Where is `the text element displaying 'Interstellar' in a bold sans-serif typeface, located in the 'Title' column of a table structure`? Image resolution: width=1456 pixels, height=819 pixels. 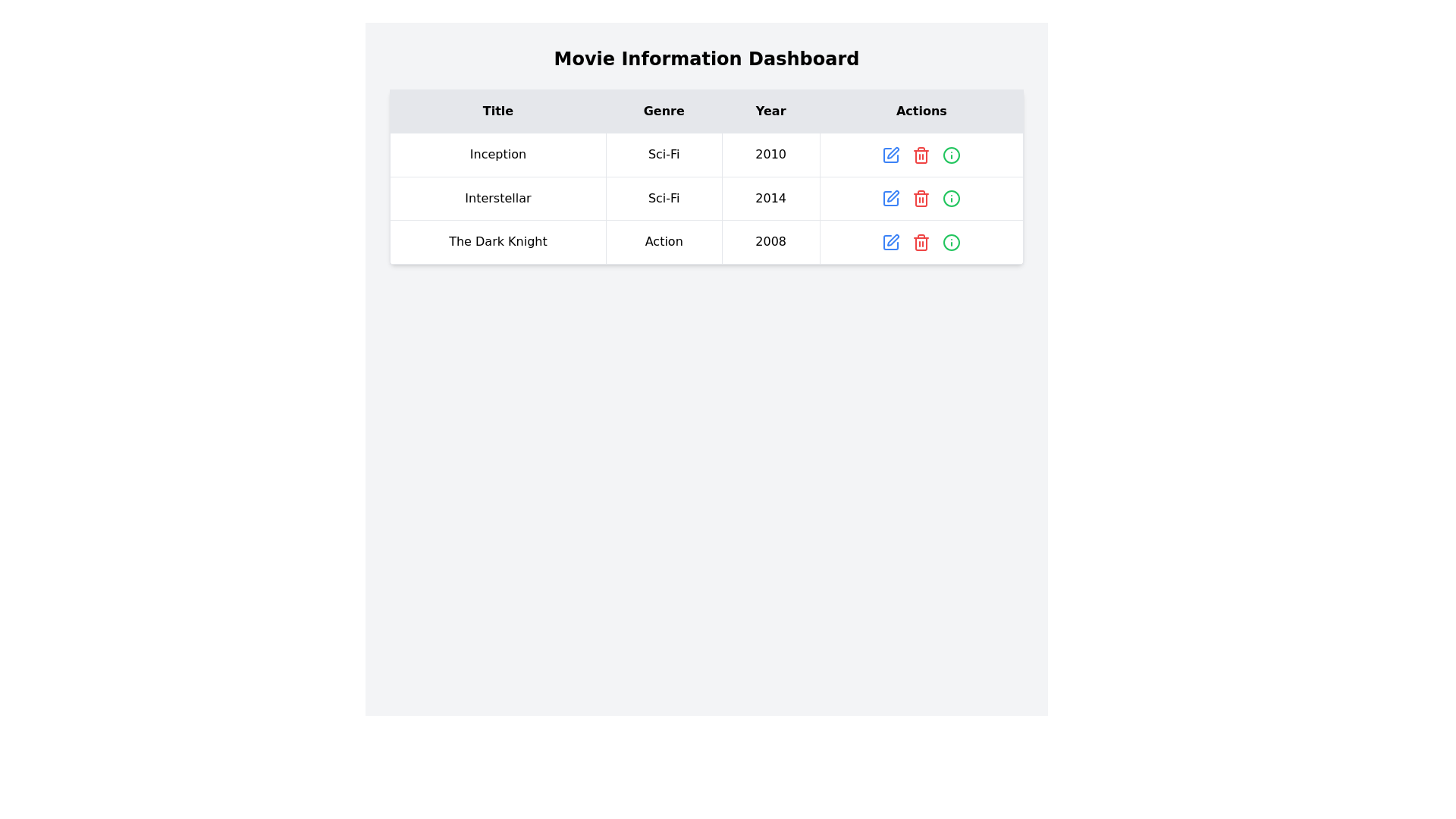 the text element displaying 'Interstellar' in a bold sans-serif typeface, located in the 'Title' column of a table structure is located at coordinates (498, 197).